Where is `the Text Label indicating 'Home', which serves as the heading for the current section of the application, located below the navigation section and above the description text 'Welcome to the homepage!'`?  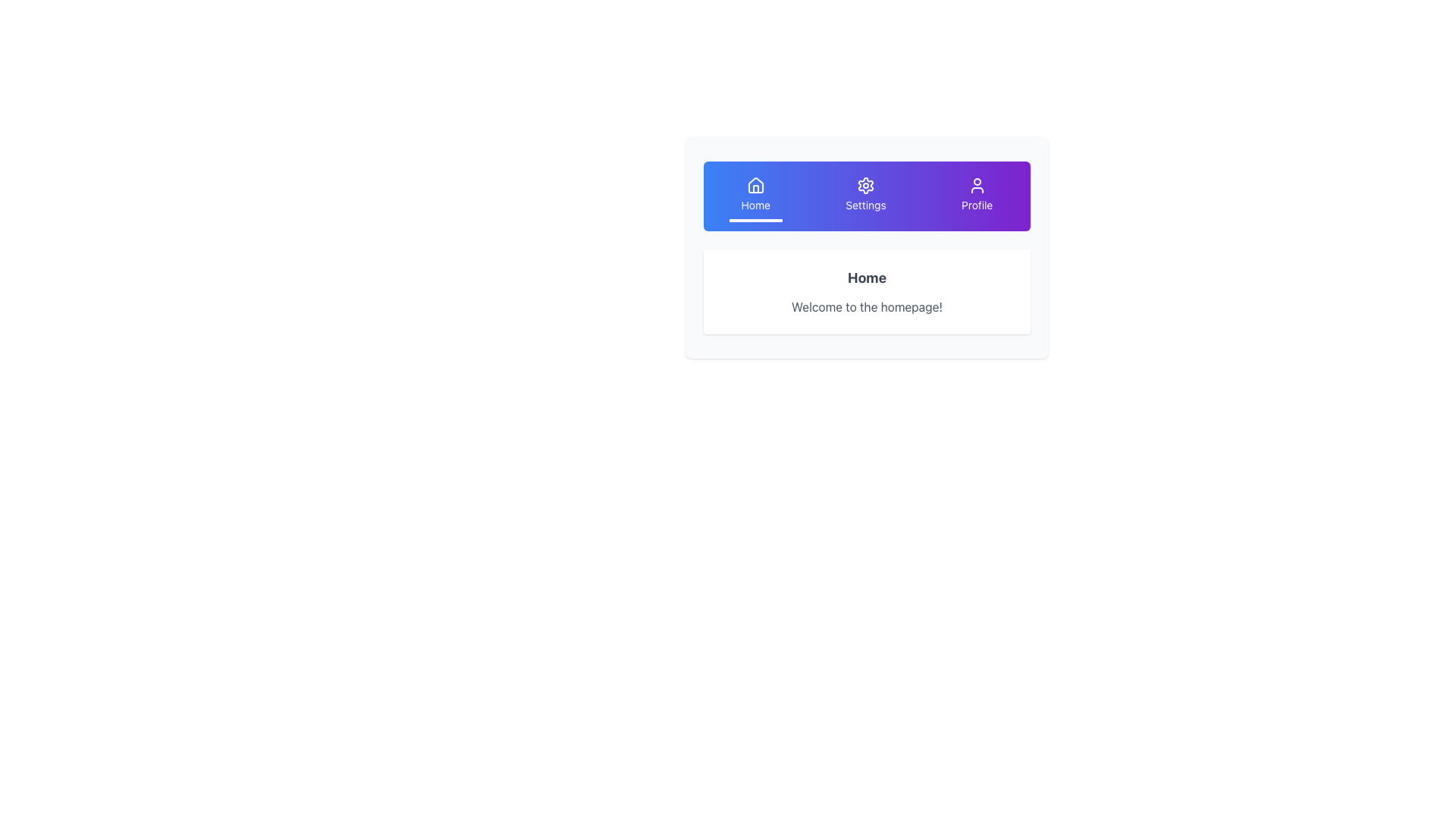 the Text Label indicating 'Home', which serves as the heading for the current section of the application, located below the navigation section and above the description text 'Welcome to the homepage!' is located at coordinates (867, 278).